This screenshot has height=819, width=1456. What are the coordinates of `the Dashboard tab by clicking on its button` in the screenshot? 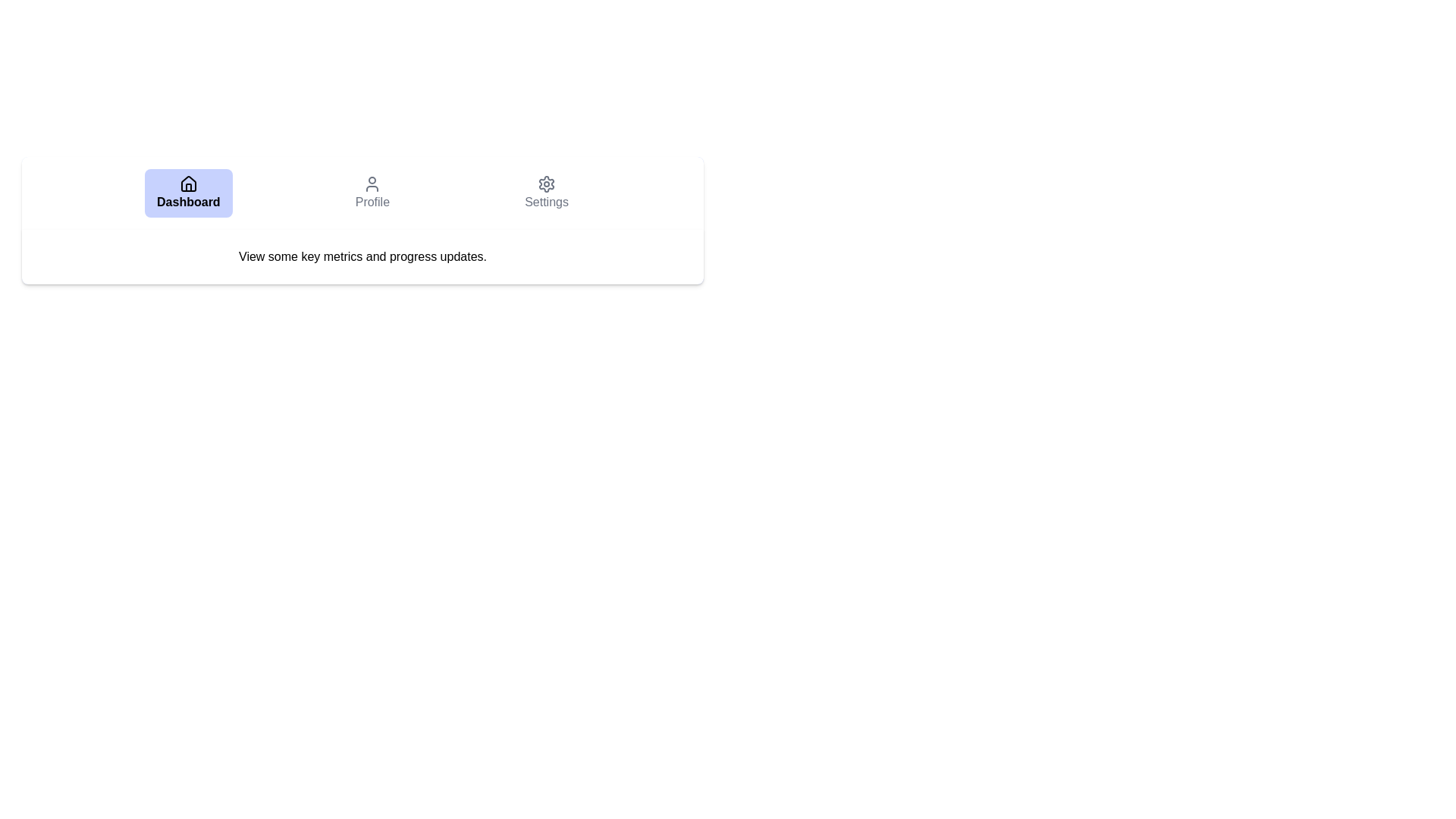 It's located at (187, 192).